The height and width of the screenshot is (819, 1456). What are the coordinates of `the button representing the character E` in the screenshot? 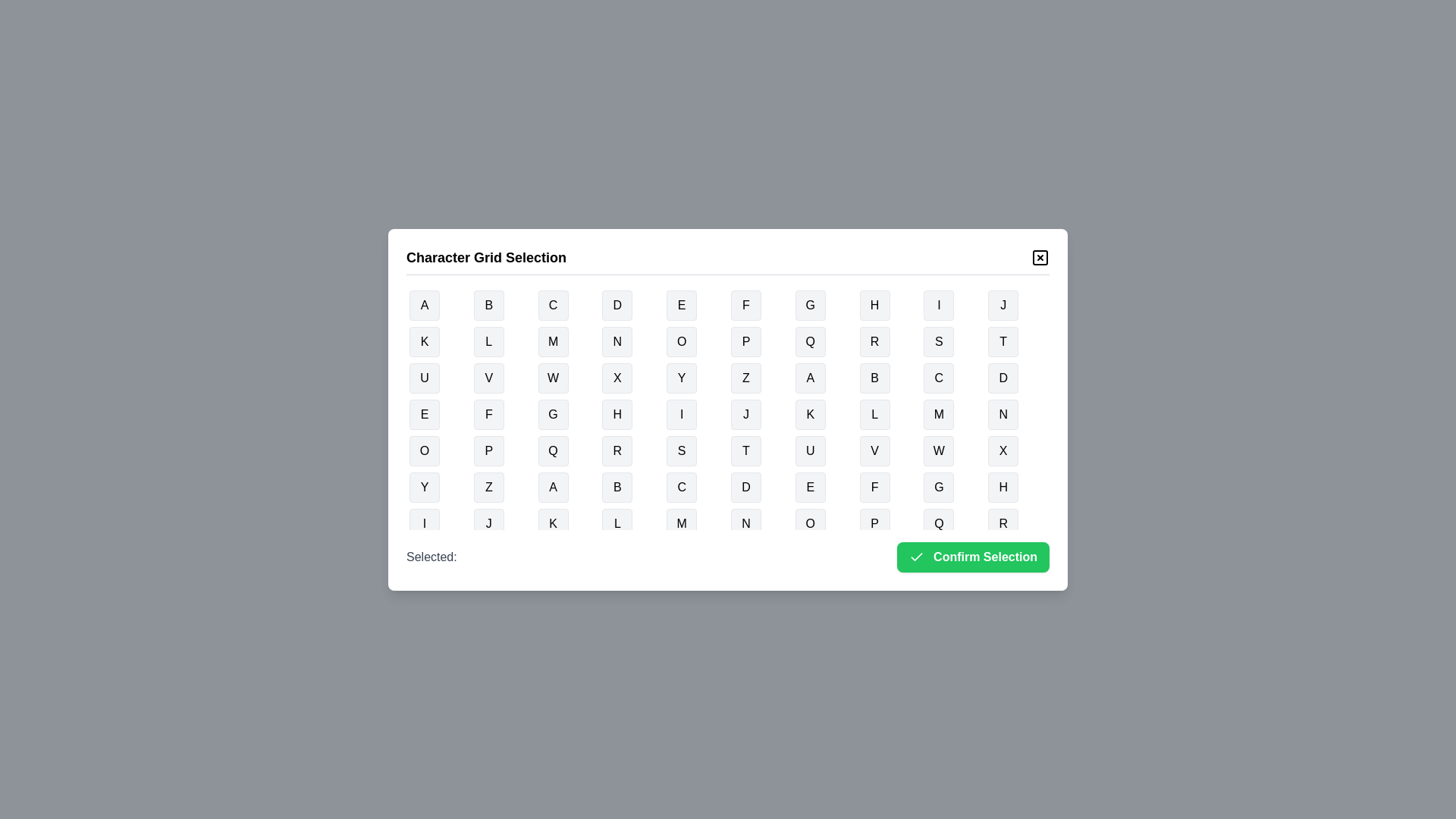 It's located at (681, 305).